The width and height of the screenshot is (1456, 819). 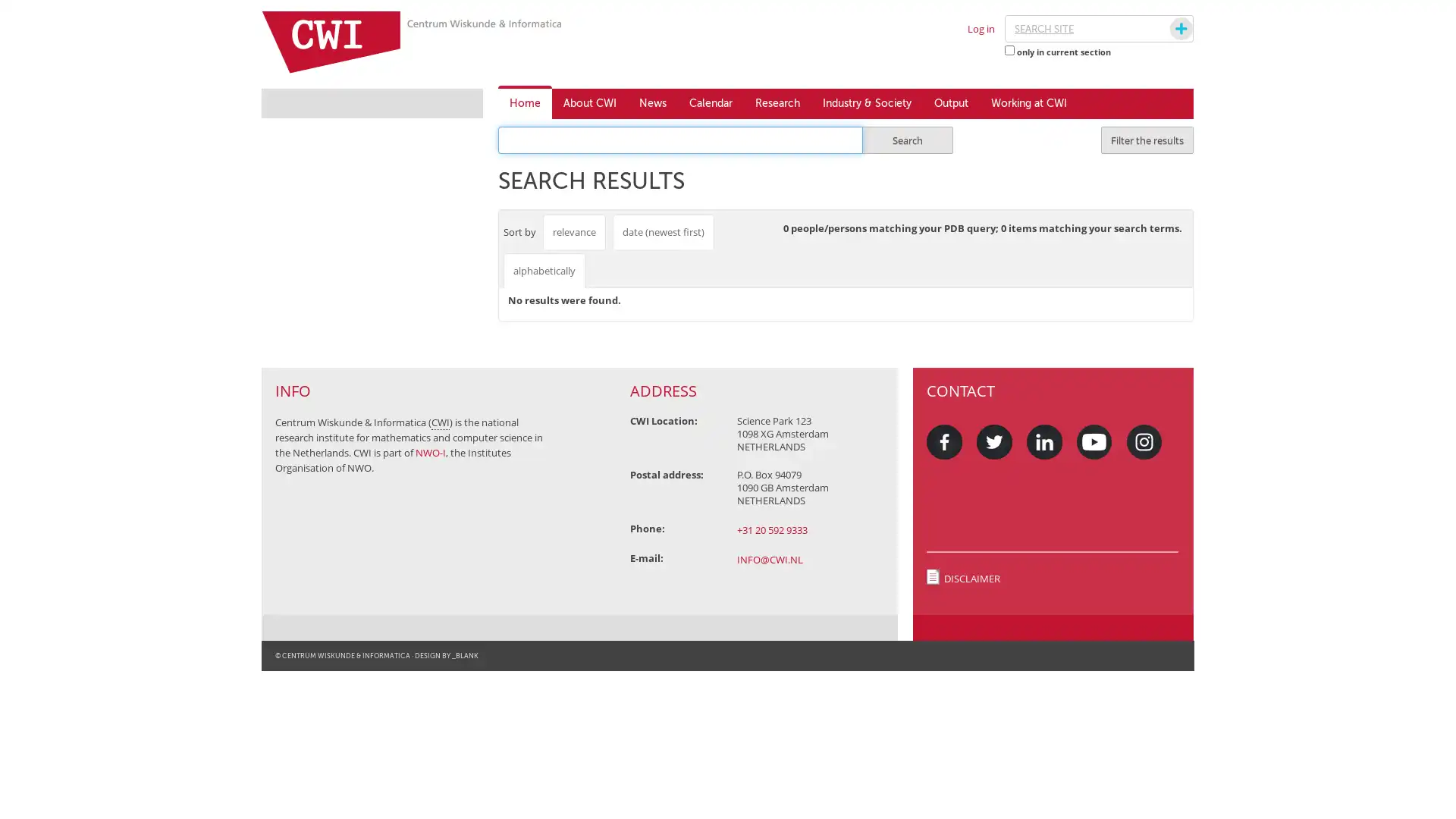 I want to click on Search, so click(x=907, y=140).